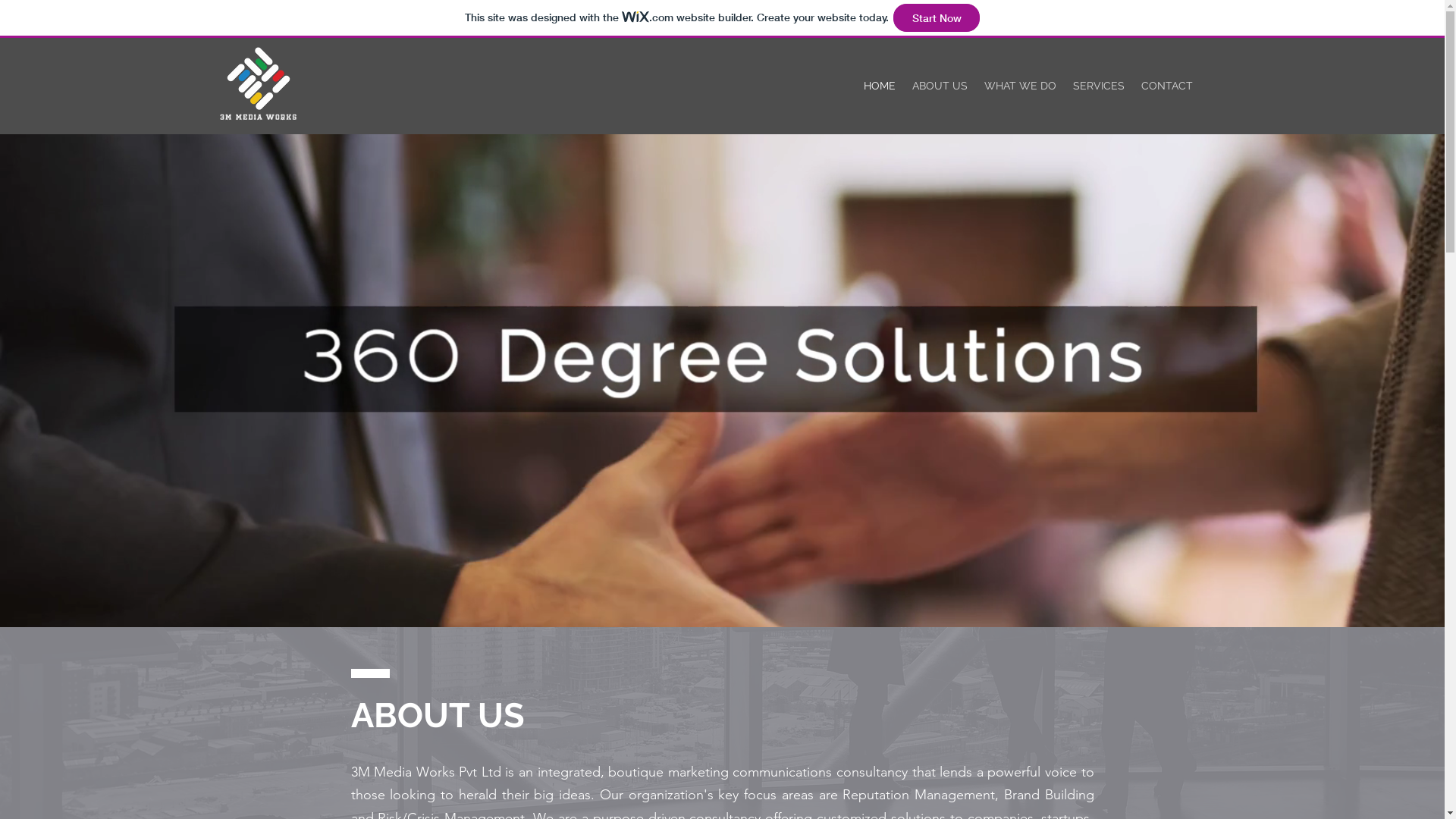  Describe the element at coordinates (1099, 85) in the screenshot. I see `'SERVICES'` at that location.